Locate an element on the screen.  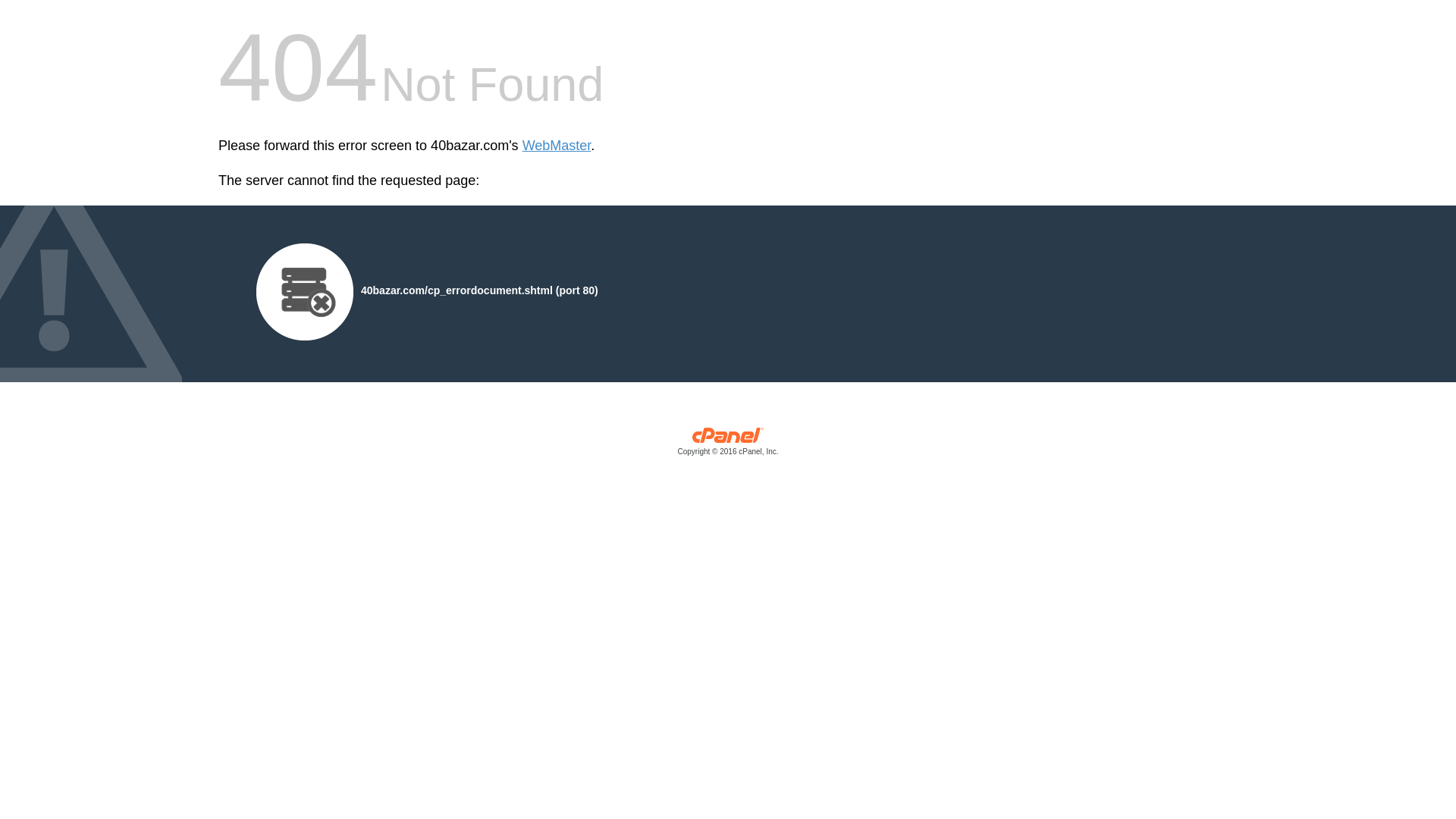
'WebMaster' is located at coordinates (556, 146).